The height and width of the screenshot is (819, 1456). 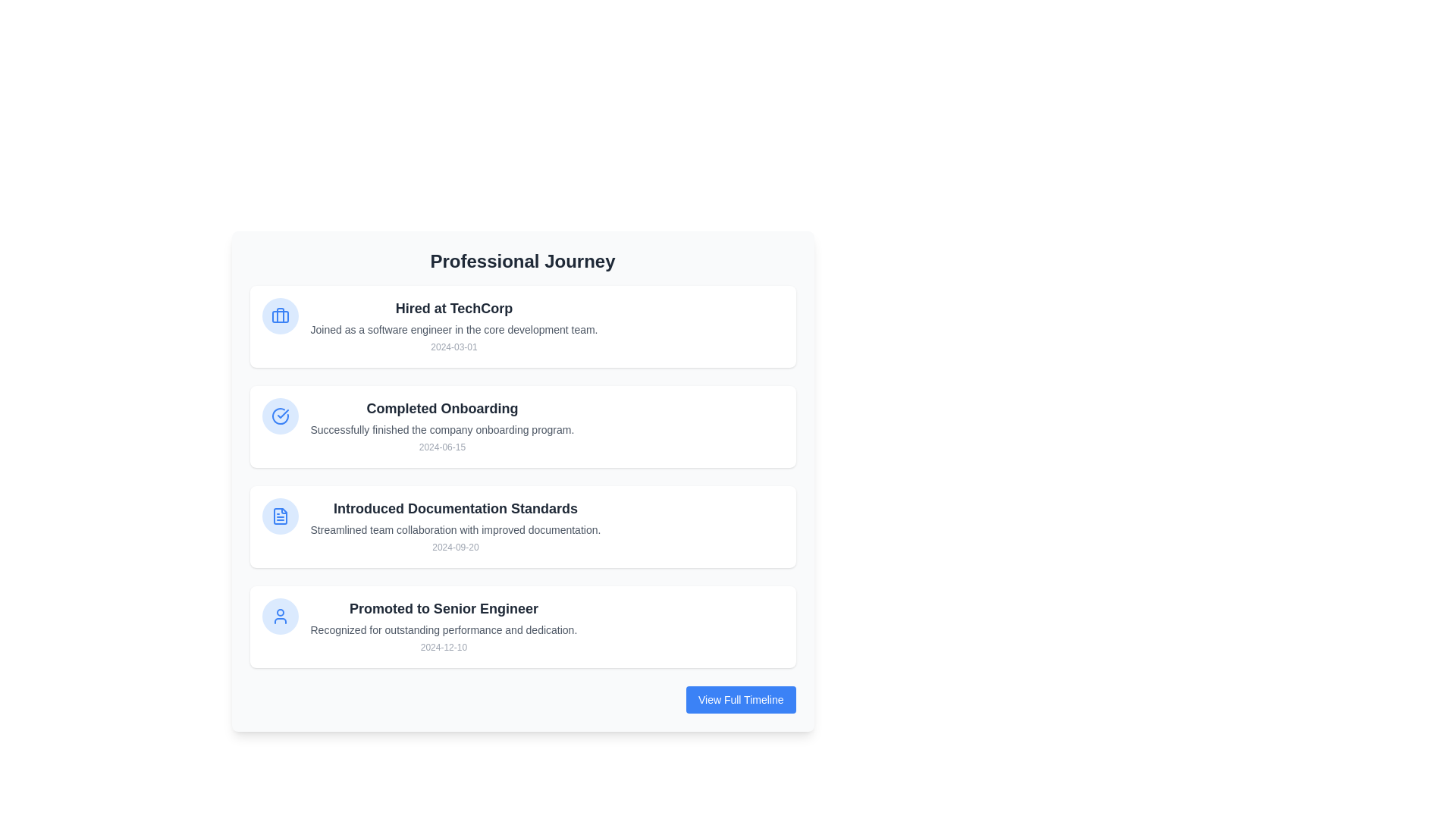 What do you see at coordinates (283, 414) in the screenshot?
I see `tick mark icon representing the completed task in the second card of the 'Professional Journey' section` at bounding box center [283, 414].